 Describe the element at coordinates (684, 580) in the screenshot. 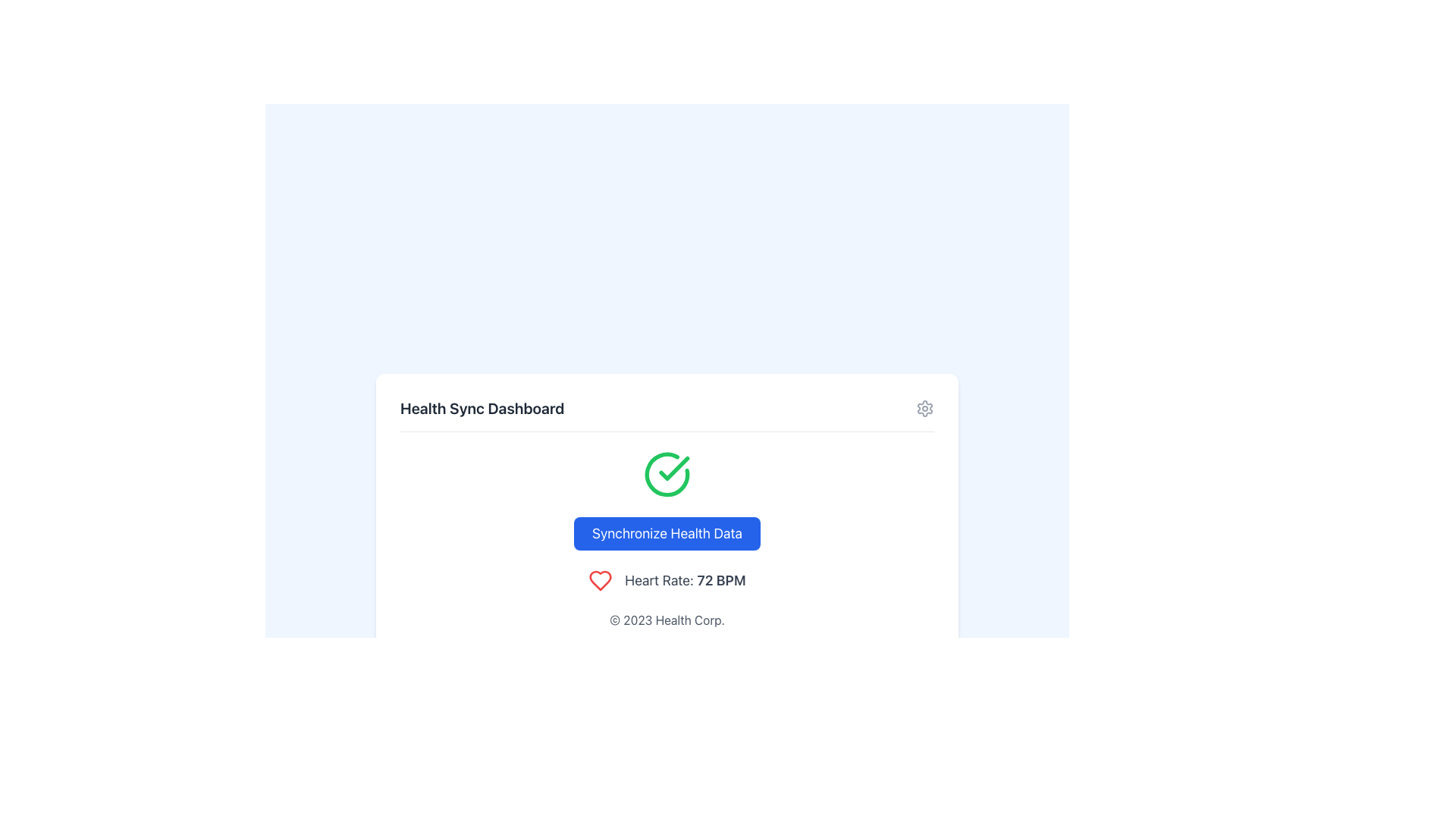

I see `the text label displaying 'Heart Rate: 72 BPM'` at that location.